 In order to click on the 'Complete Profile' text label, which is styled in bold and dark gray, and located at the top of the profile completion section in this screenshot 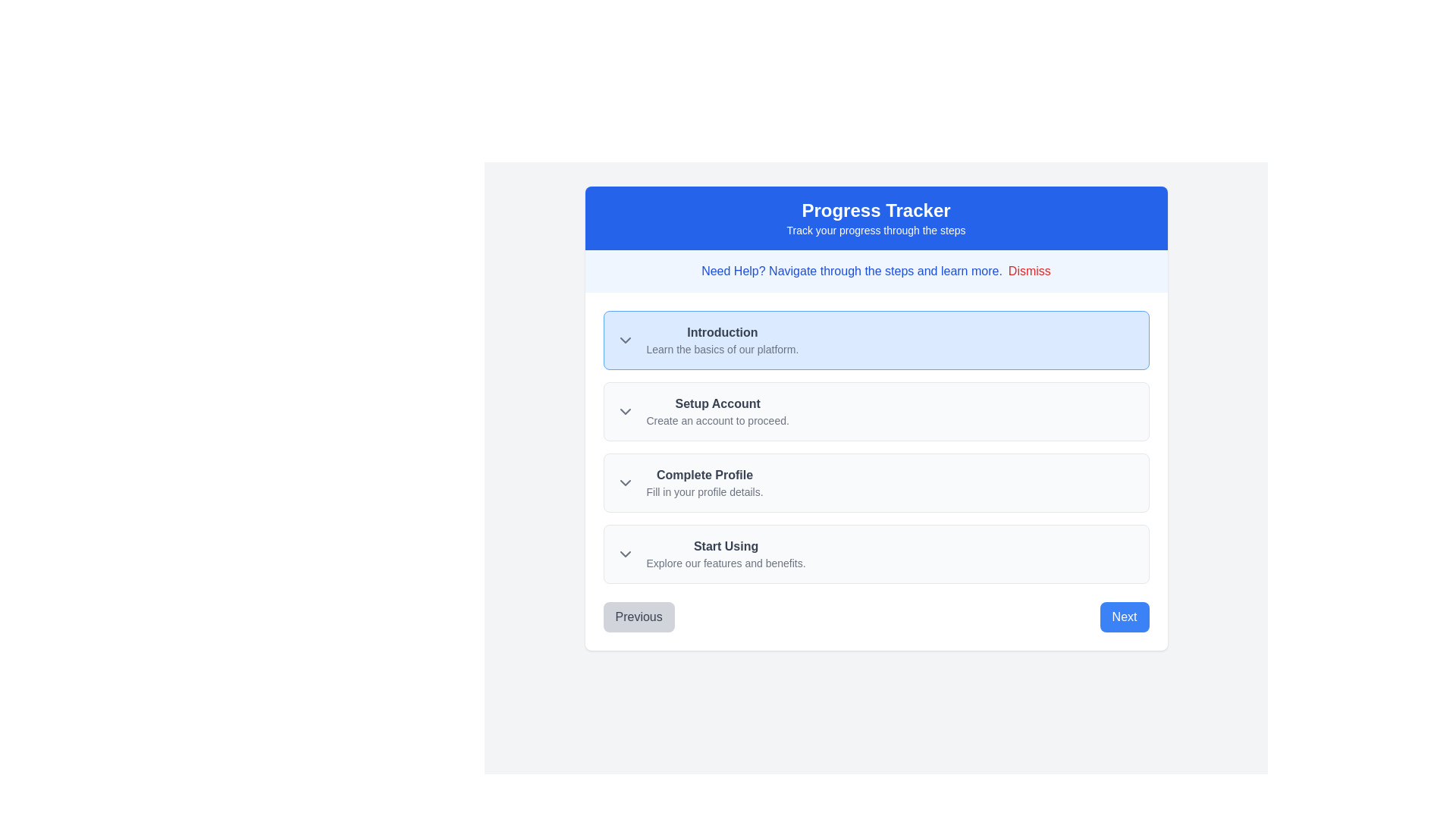, I will do `click(704, 475)`.